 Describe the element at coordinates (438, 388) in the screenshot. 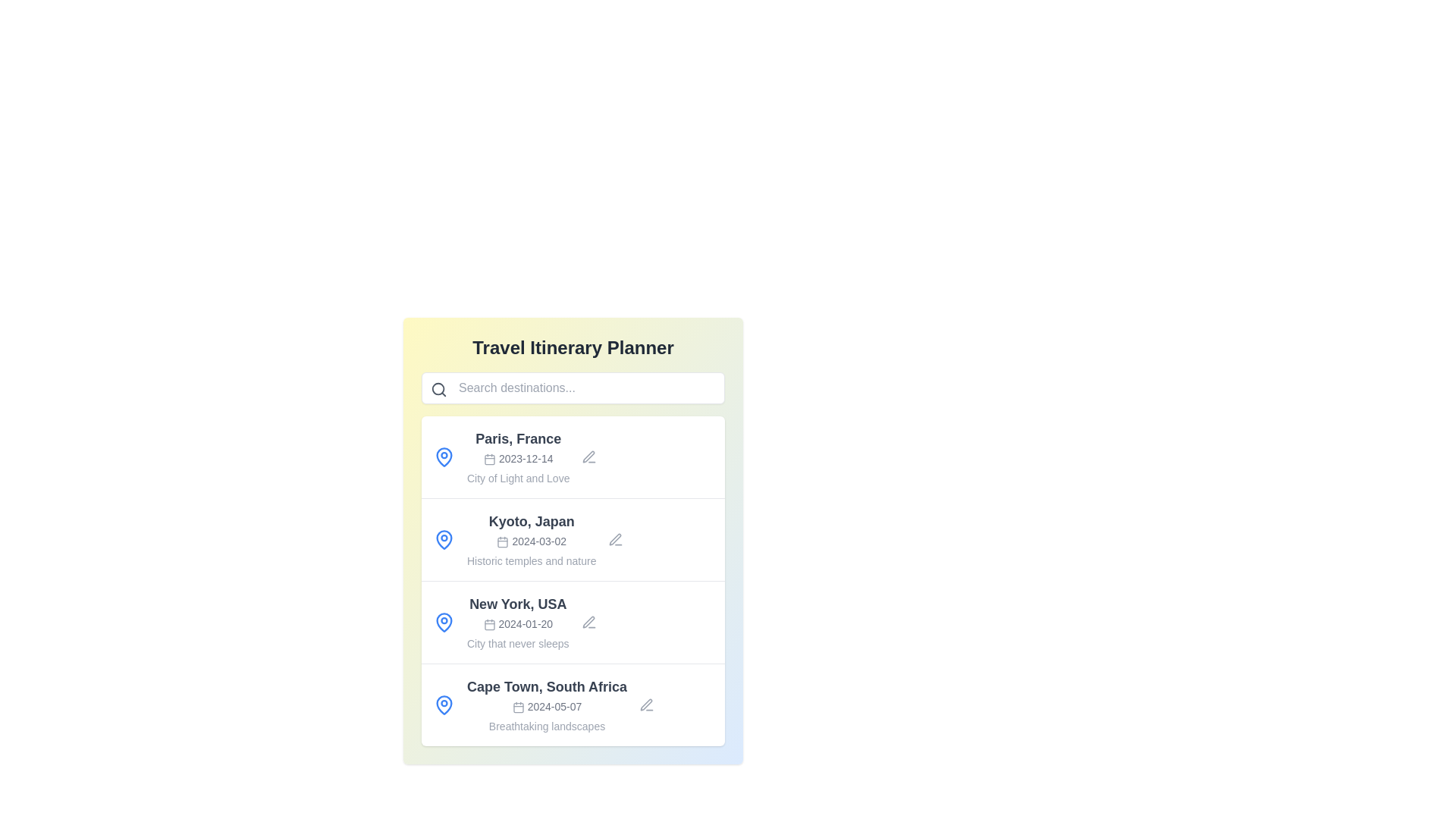

I see `the search icon located on the left side of the search input field` at that location.